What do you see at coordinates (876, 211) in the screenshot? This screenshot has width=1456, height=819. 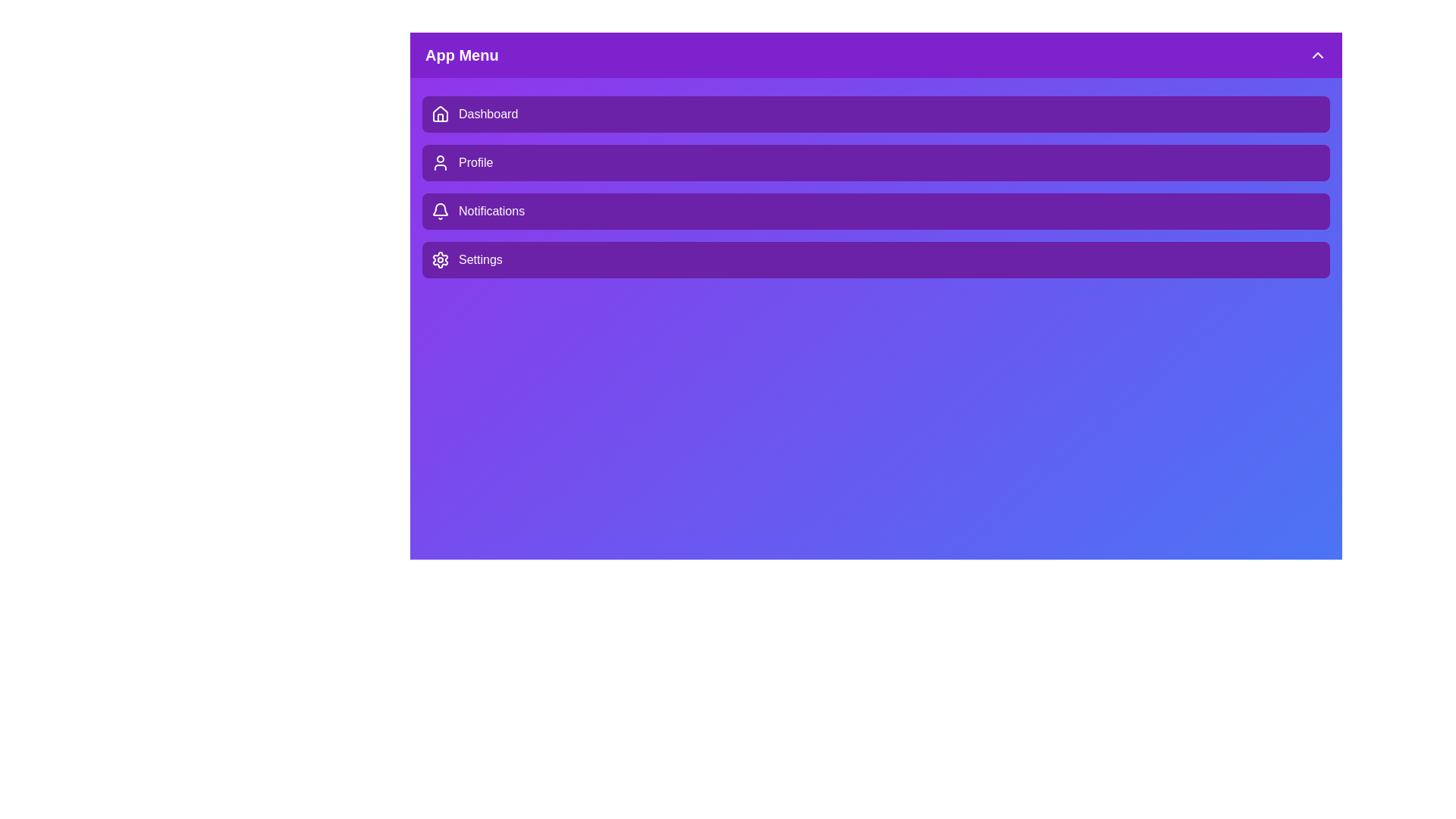 I see `the menu item Notifications by clicking on it` at bounding box center [876, 211].